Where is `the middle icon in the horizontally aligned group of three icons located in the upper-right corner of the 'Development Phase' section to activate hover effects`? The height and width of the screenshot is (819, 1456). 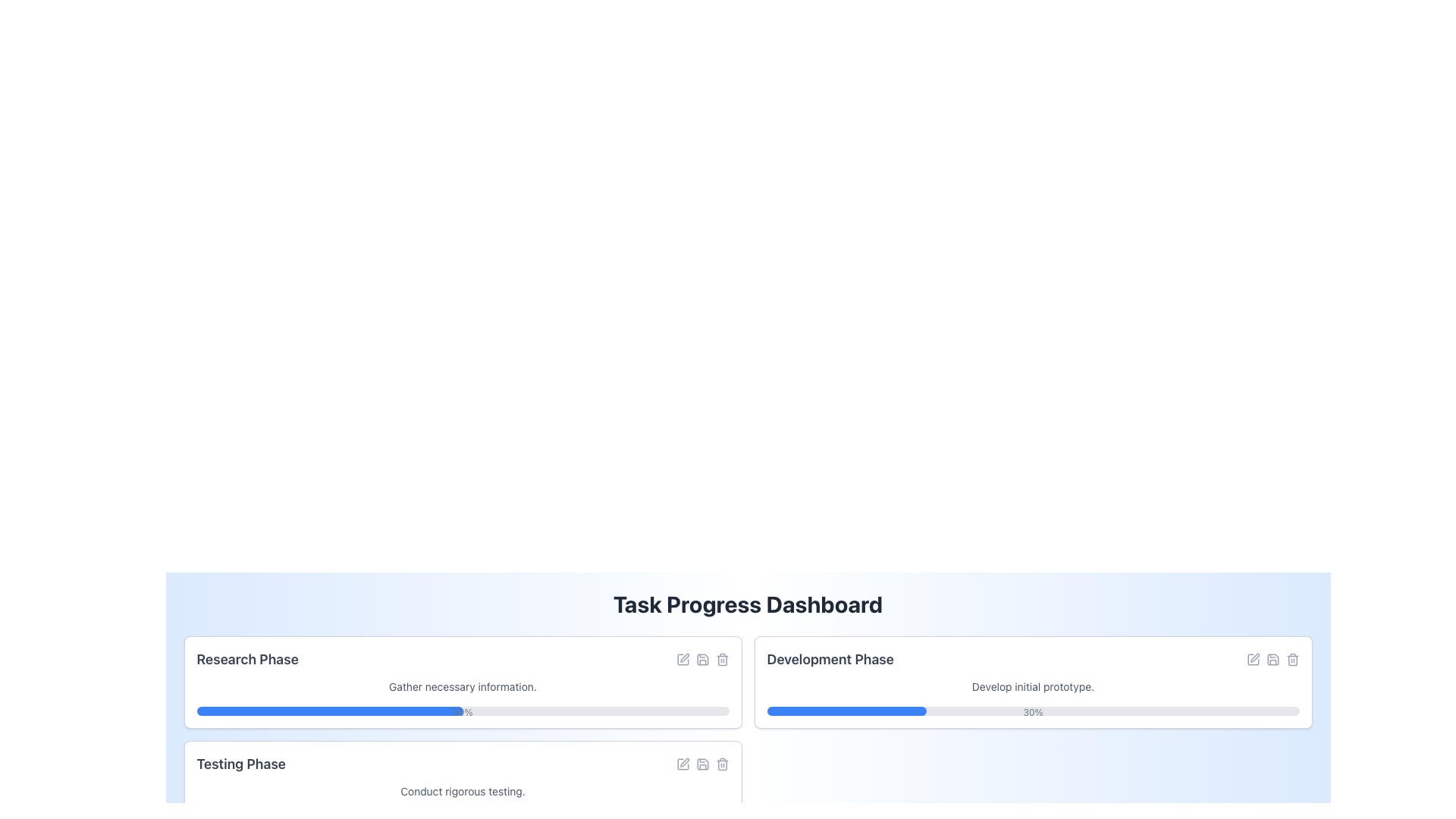 the middle icon in the horizontally aligned group of three icons located in the upper-right corner of the 'Development Phase' section to activate hover effects is located at coordinates (1272, 659).